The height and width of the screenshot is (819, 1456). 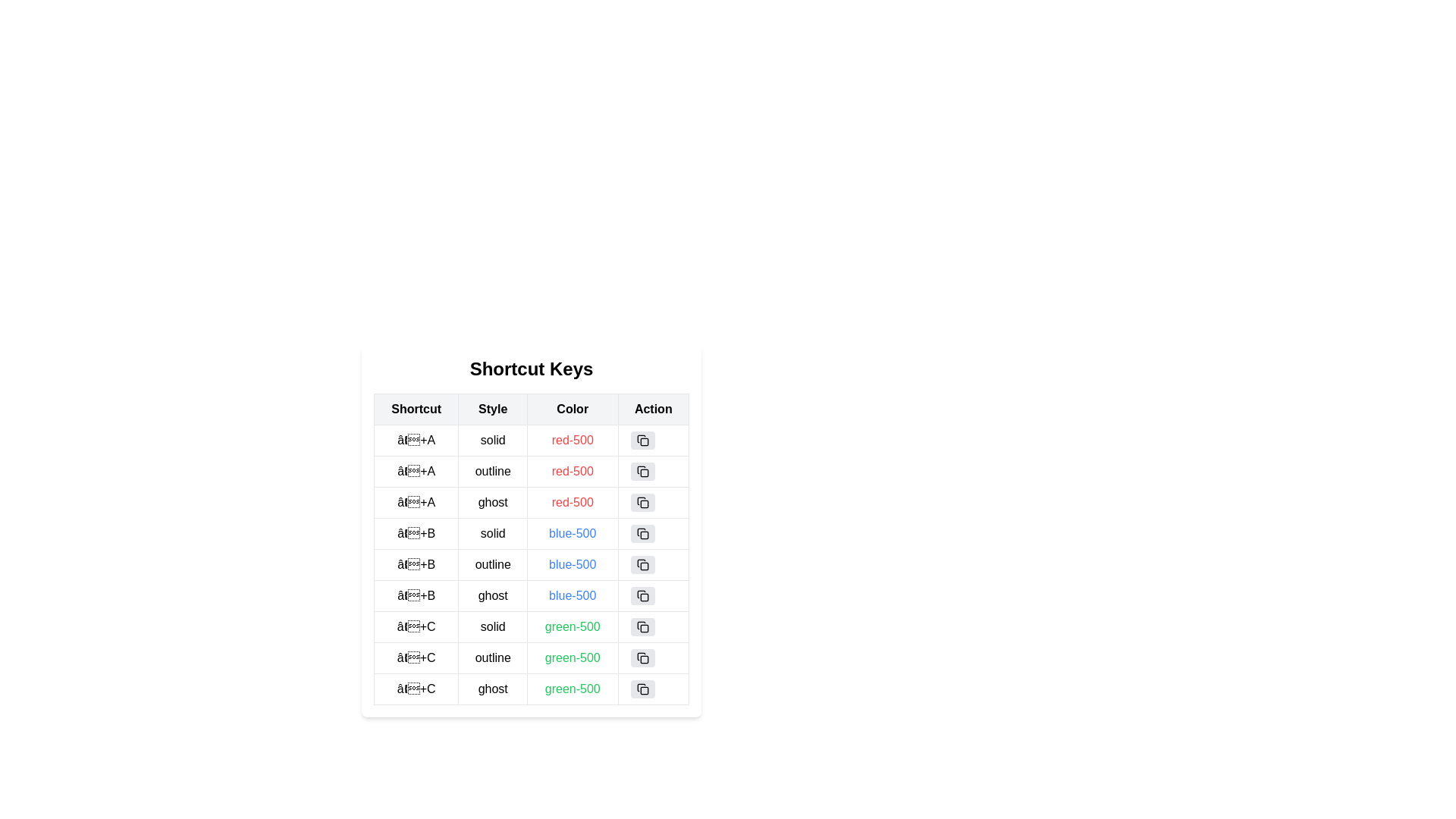 What do you see at coordinates (641, 532) in the screenshot?
I see `the action icon in the second row of the 'Action' column, which indicates copying or duplicating functionality` at bounding box center [641, 532].